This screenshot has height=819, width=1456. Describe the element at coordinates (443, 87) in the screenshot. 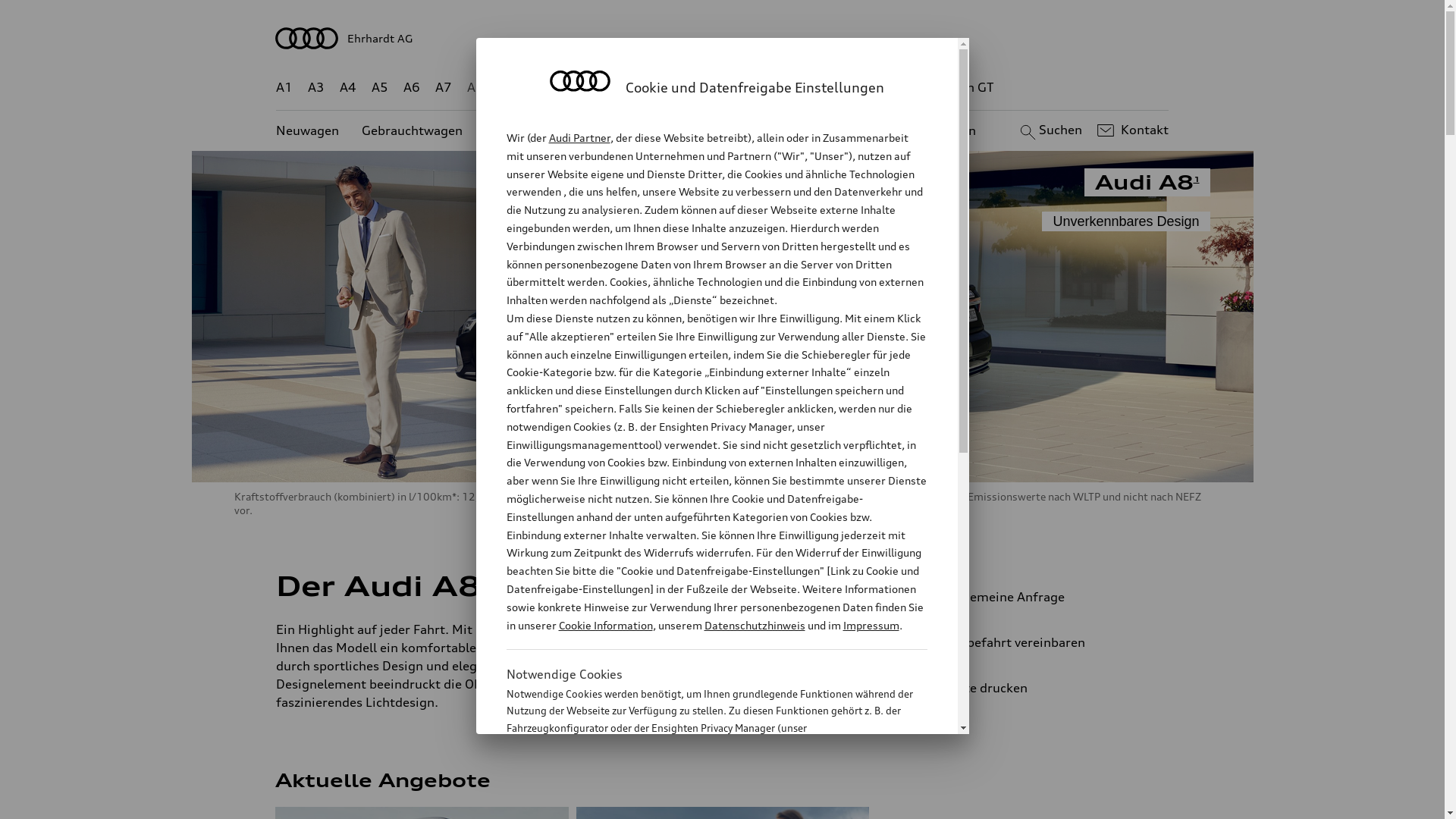

I see `'A7'` at that location.